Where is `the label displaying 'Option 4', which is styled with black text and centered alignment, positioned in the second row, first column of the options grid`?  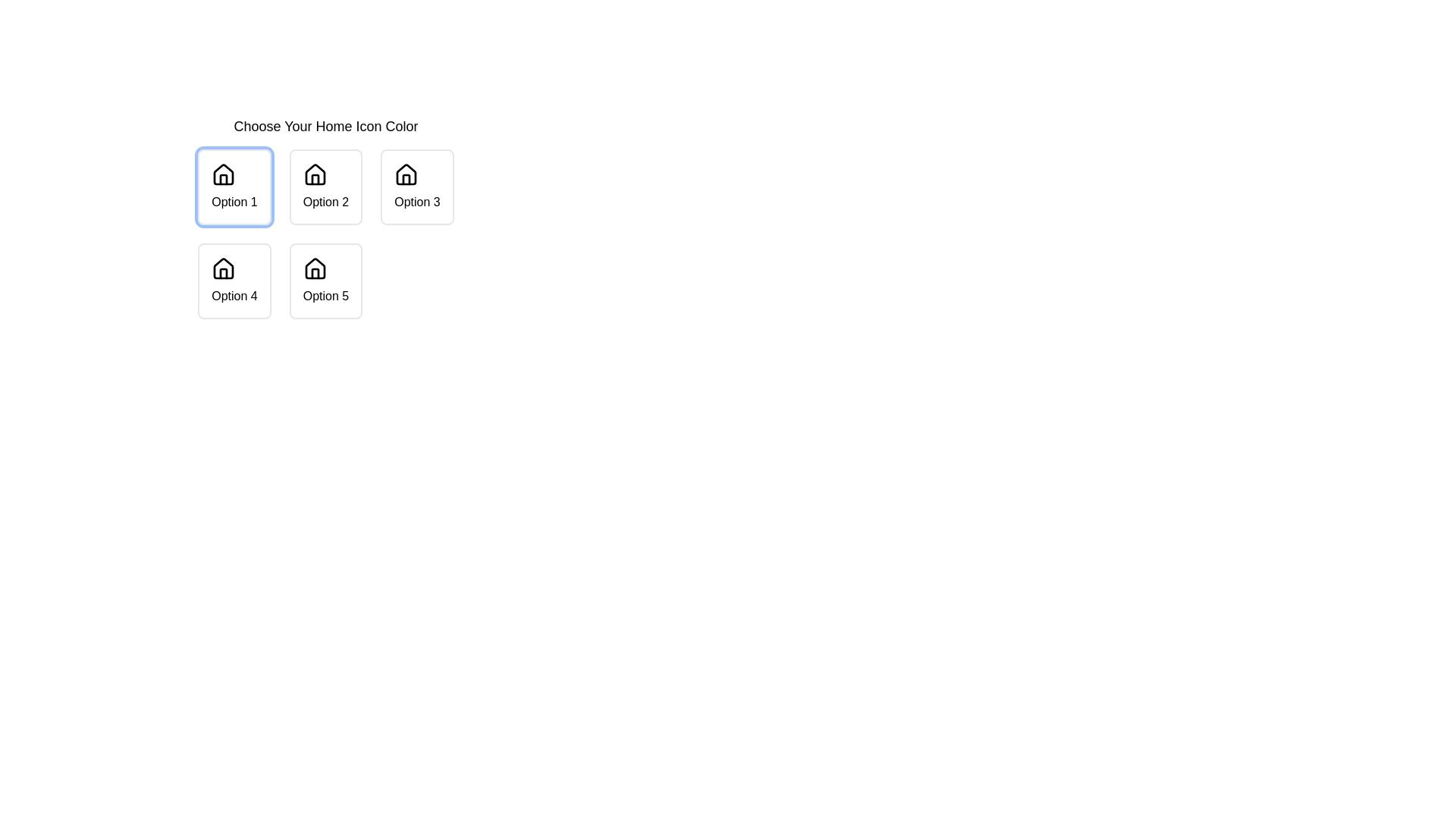
the label displaying 'Option 4', which is styled with black text and centered alignment, positioned in the second row, first column of the options grid is located at coordinates (234, 296).